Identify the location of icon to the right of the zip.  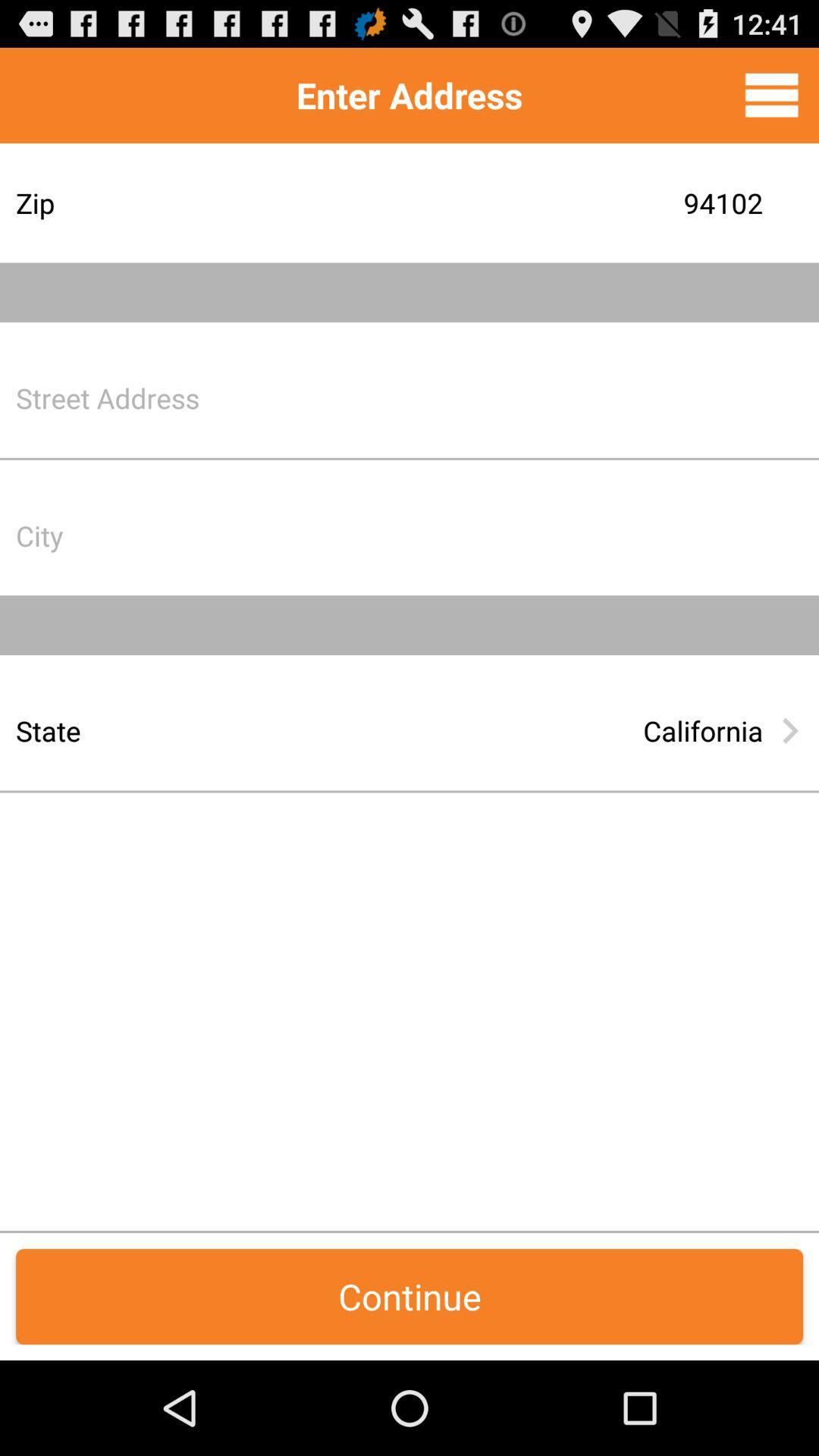
(526, 202).